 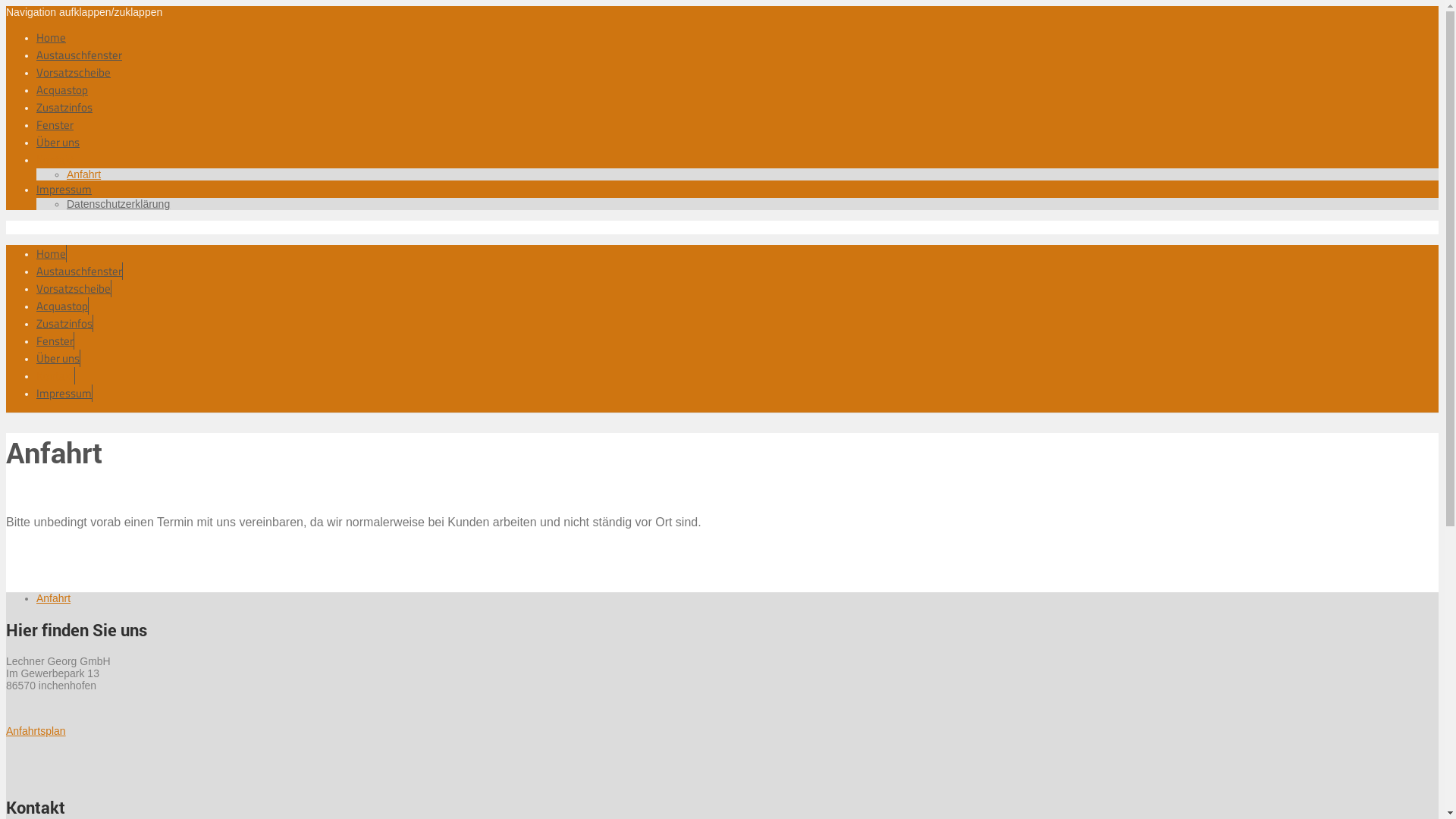 What do you see at coordinates (83, 11) in the screenshot?
I see `'Navigation aufklappen/zuklappen'` at bounding box center [83, 11].